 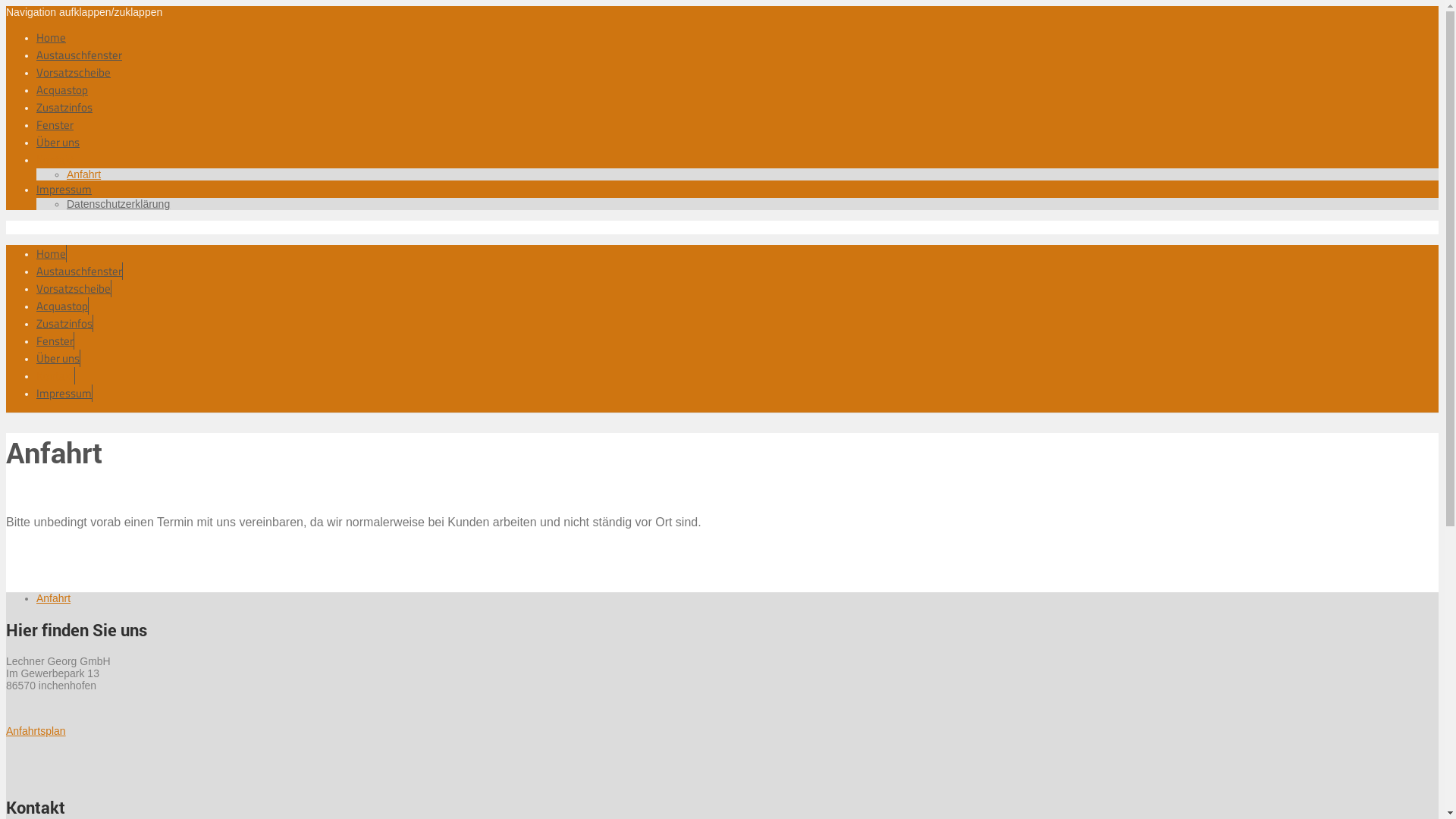 What do you see at coordinates (83, 11) in the screenshot?
I see `'Navigation aufklappen/zuklappen'` at bounding box center [83, 11].